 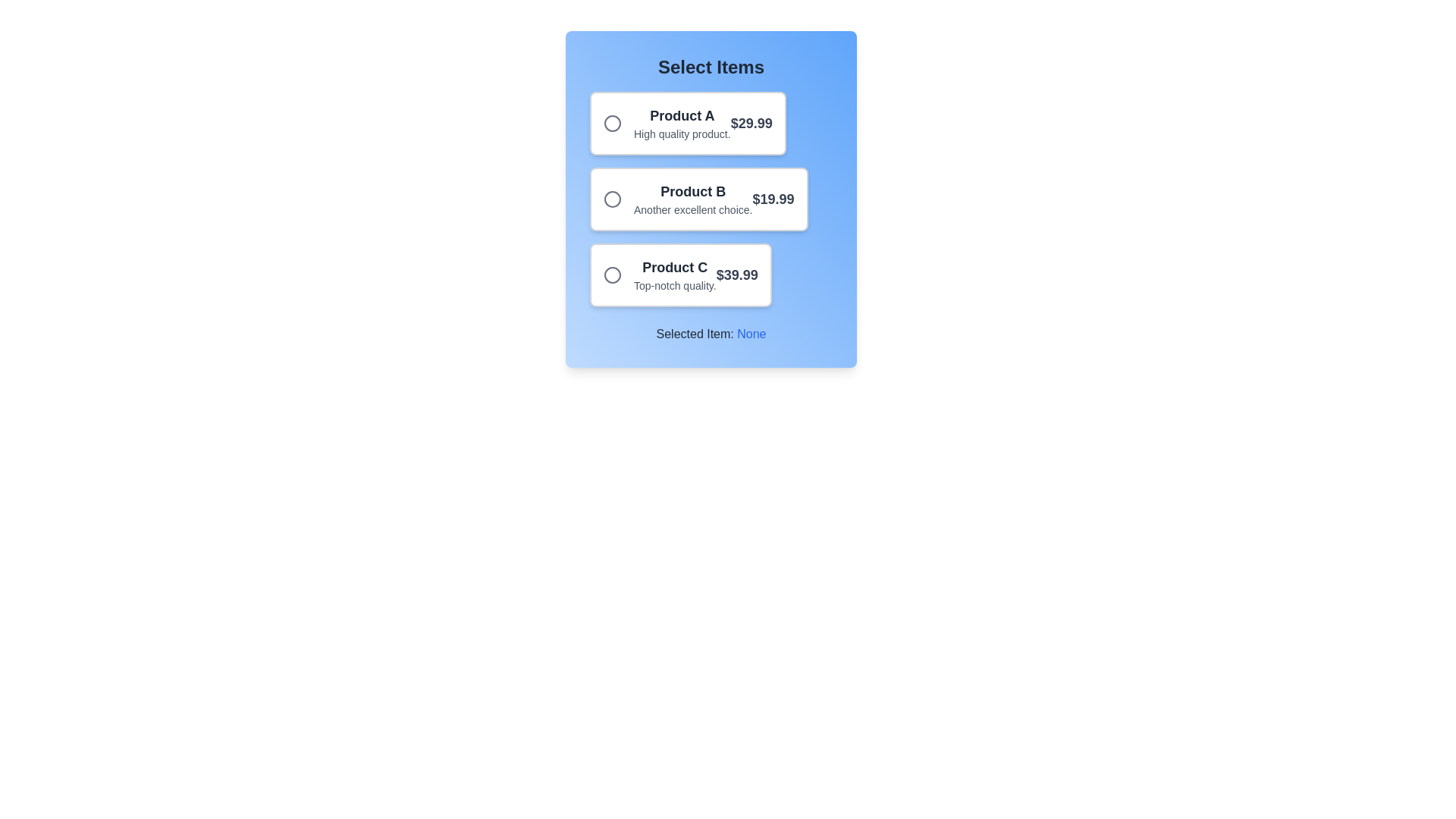 I want to click on the text block that displays 'Product C' and 'Top-notch quality.' within the third card of the vertically stacked list, so click(x=674, y=275).